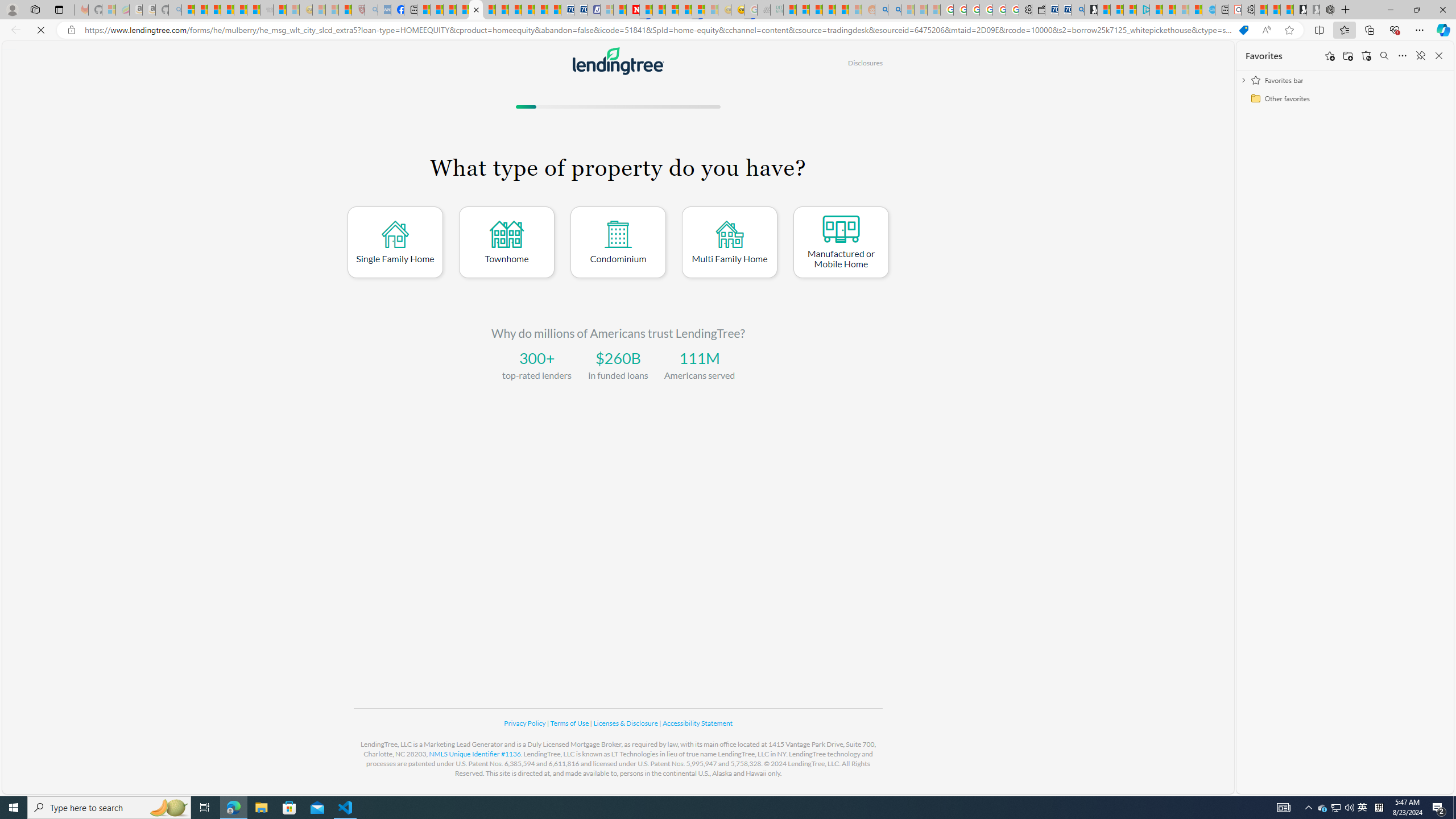  What do you see at coordinates (109, 9) in the screenshot?
I see `'Microsoft-Report a Concern to Bing - Sleeping'` at bounding box center [109, 9].